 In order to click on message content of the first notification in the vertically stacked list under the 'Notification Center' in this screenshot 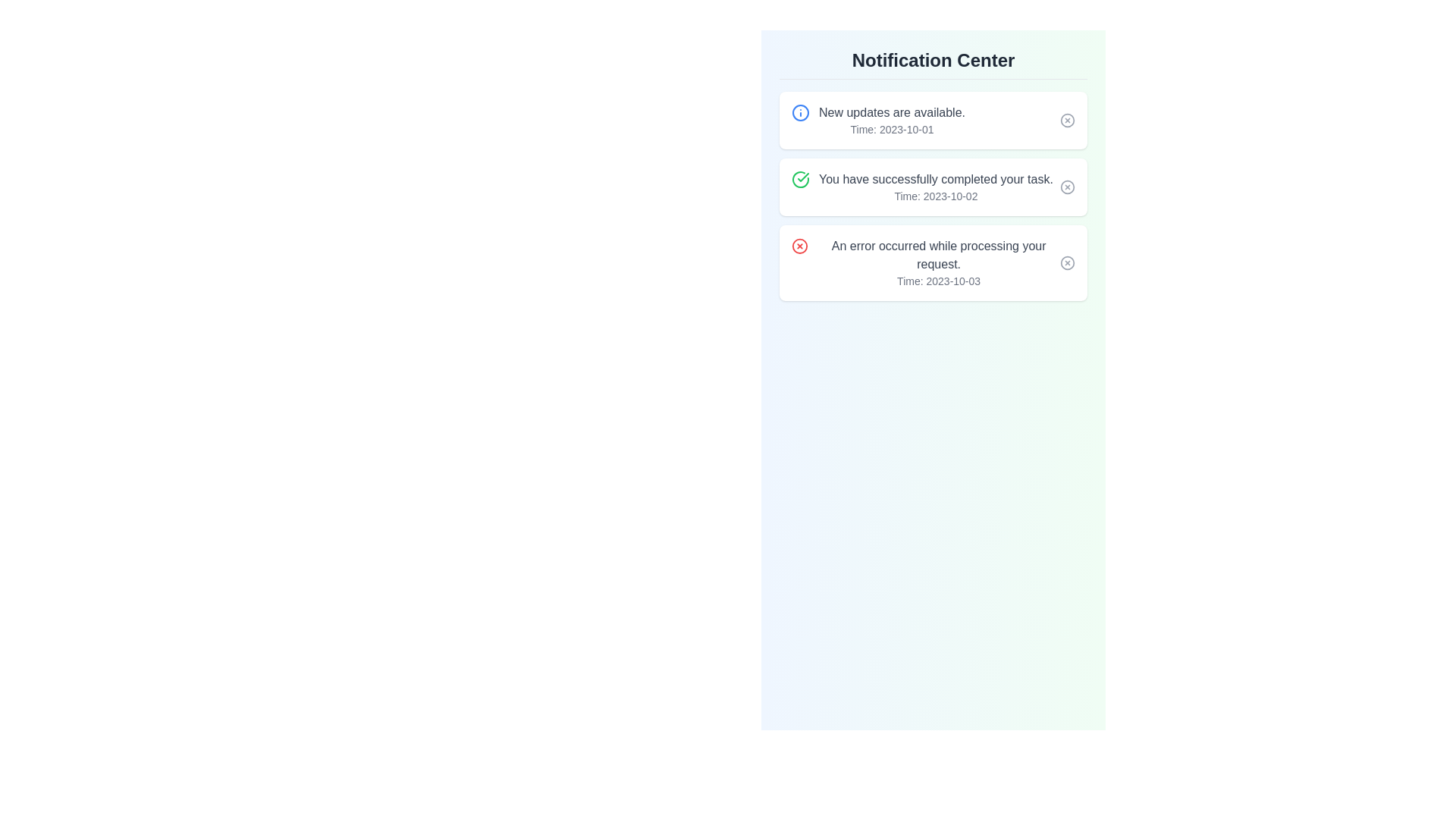, I will do `click(878, 119)`.